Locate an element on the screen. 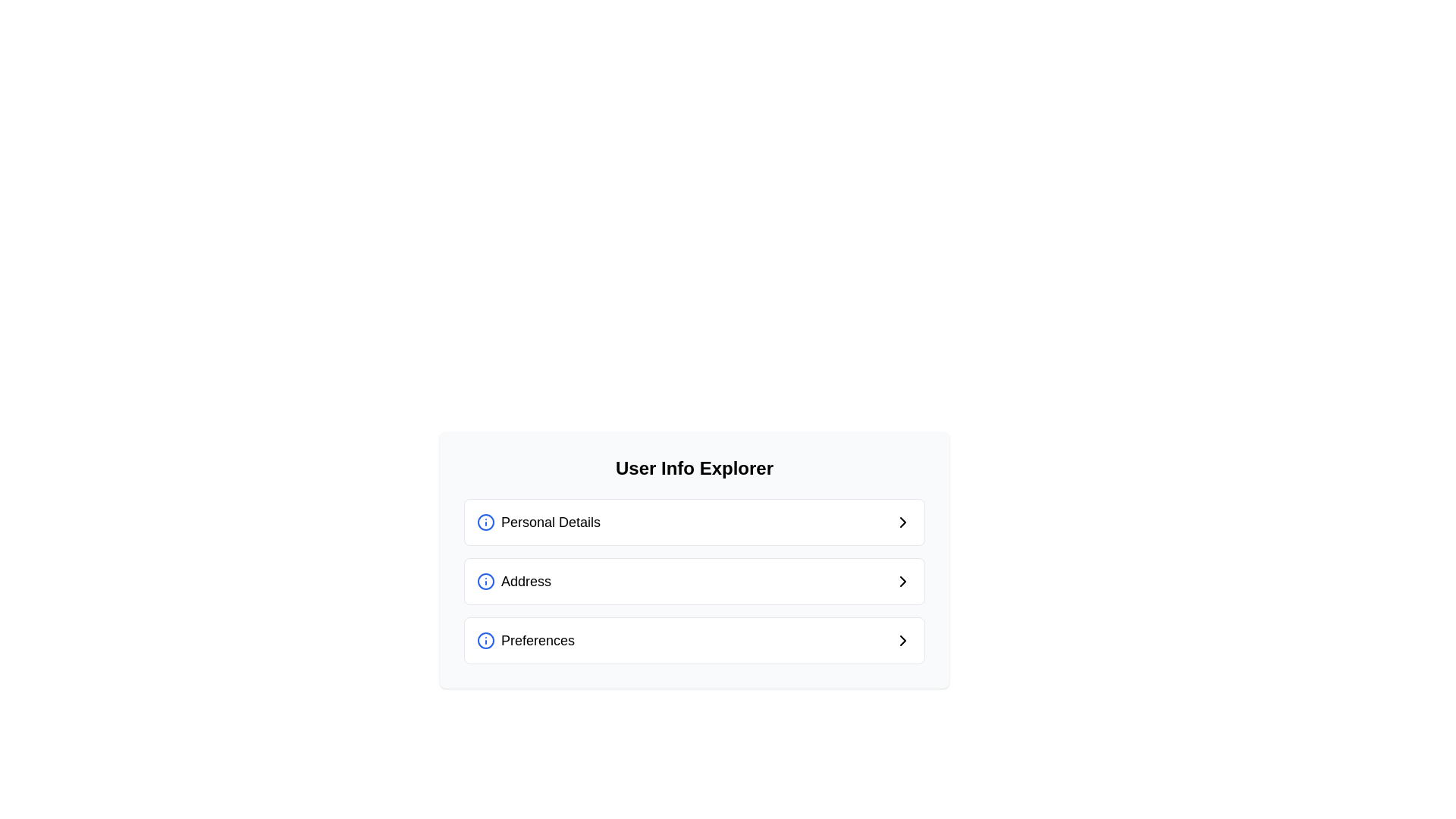 The width and height of the screenshot is (1456, 819). the 'Address' row in the Clickable List Row element is located at coordinates (694, 560).